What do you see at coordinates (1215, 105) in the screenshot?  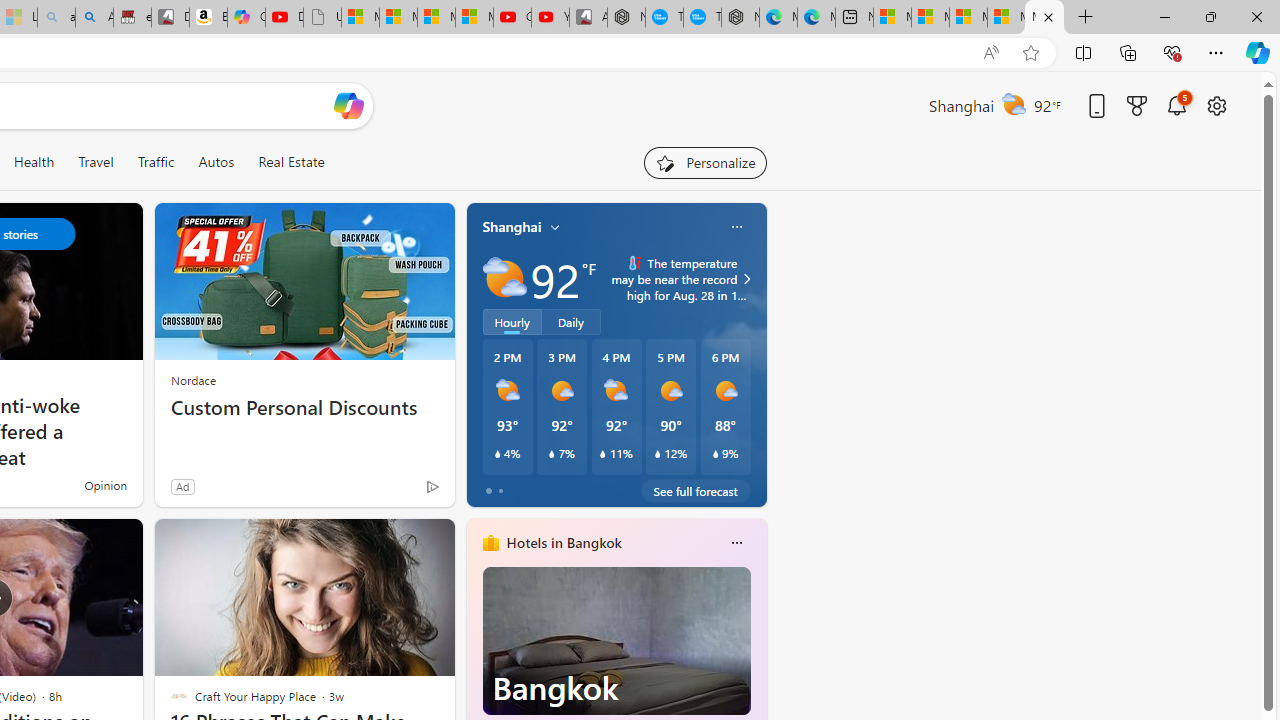 I see `'Open settings'` at bounding box center [1215, 105].